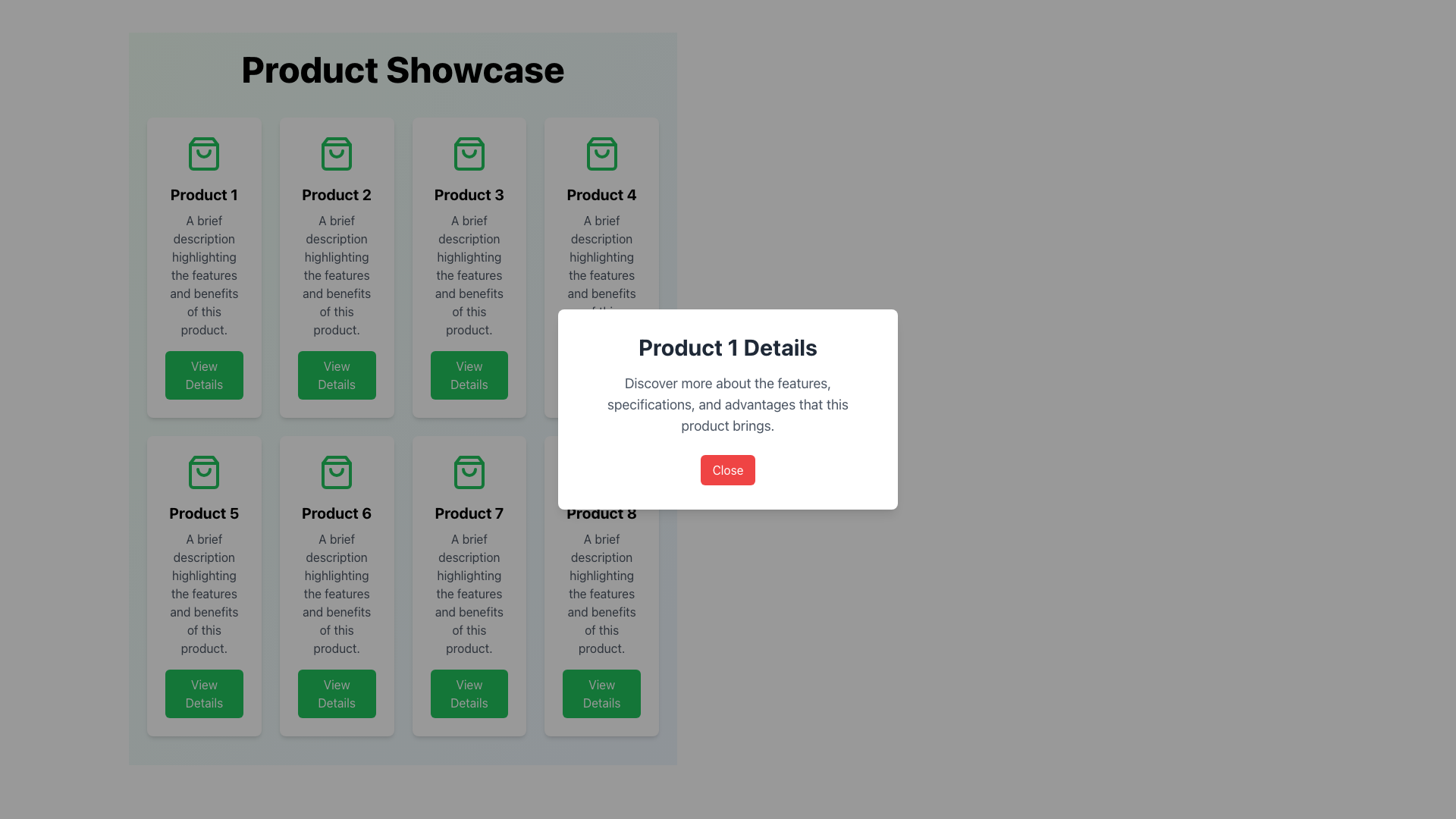  Describe the element at coordinates (203, 154) in the screenshot. I see `the green outlined shopping bag icon located at the top center of the 'Product 1' card` at that location.